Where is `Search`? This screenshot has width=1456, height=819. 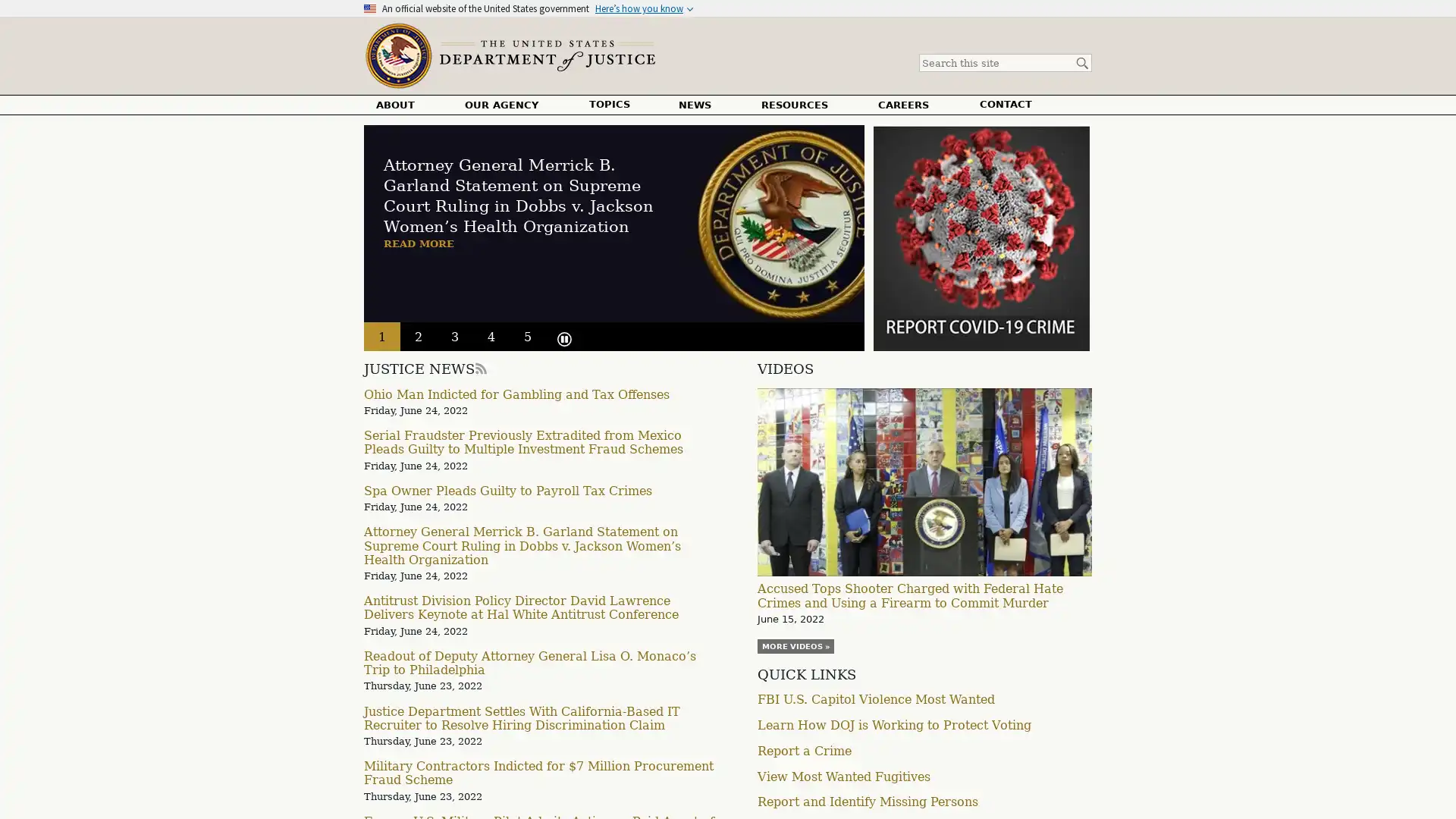 Search is located at coordinates (1081, 63).